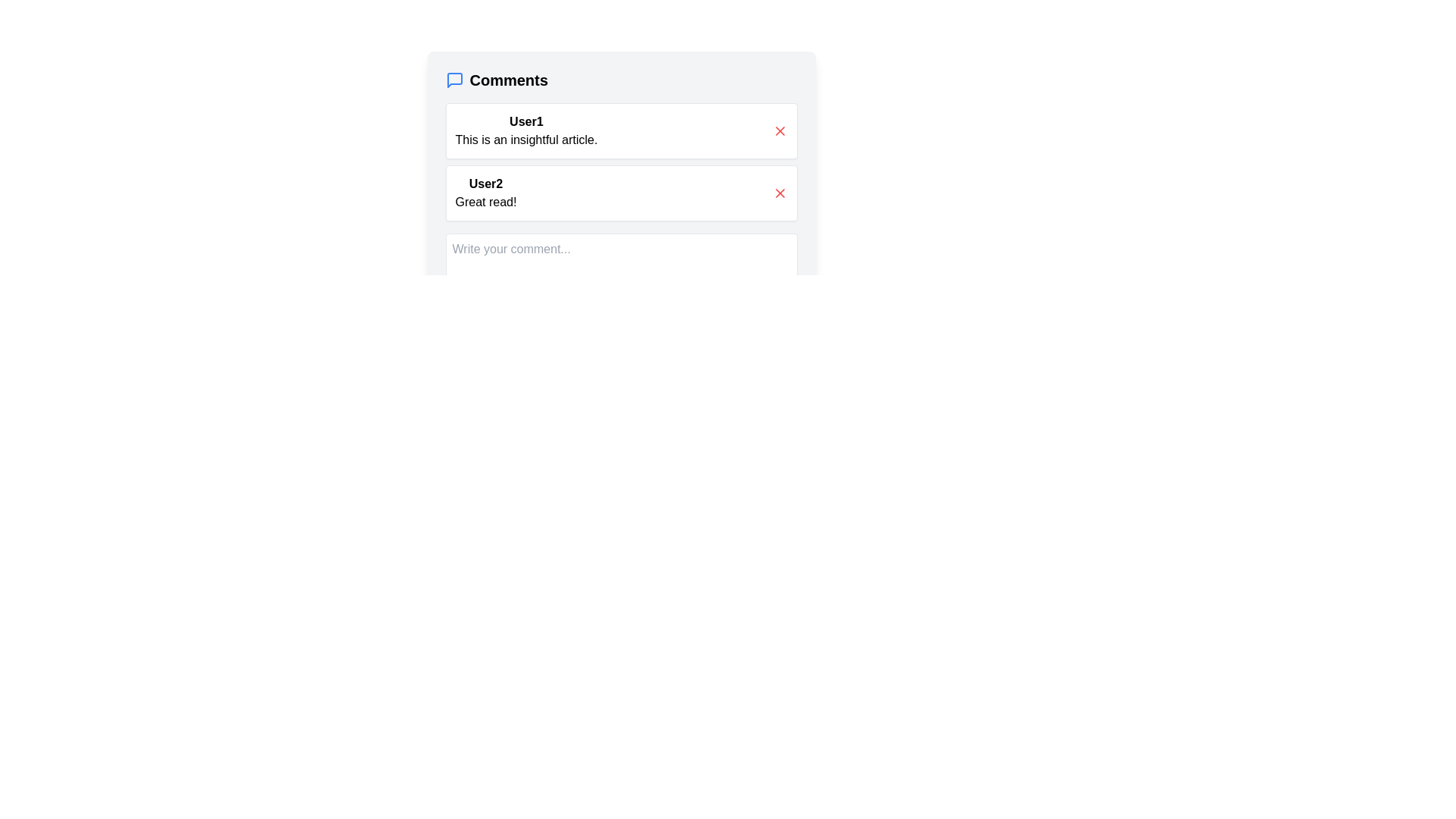 This screenshot has width=1456, height=819. Describe the element at coordinates (780, 192) in the screenshot. I see `the delete button located to the right of the comment 'Great read!' in the comments section, which allows users to delete or remove the respective comment` at that location.